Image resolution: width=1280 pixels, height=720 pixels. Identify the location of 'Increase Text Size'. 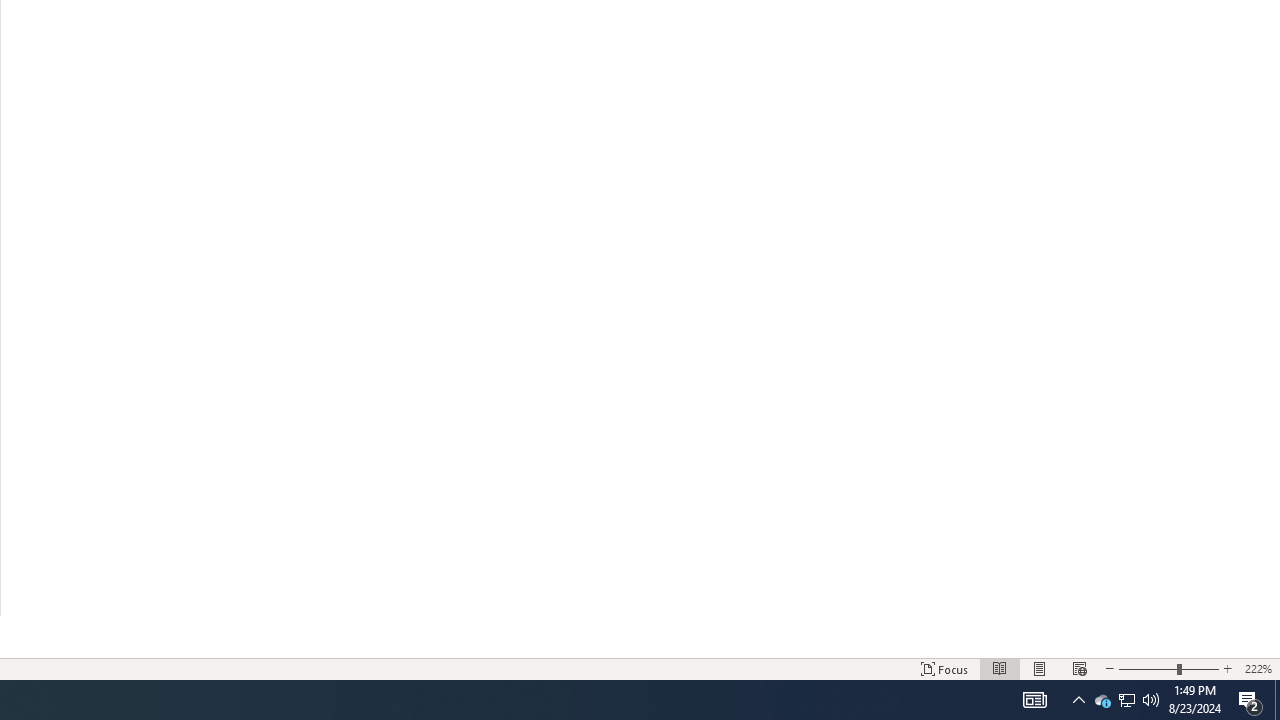
(1226, 669).